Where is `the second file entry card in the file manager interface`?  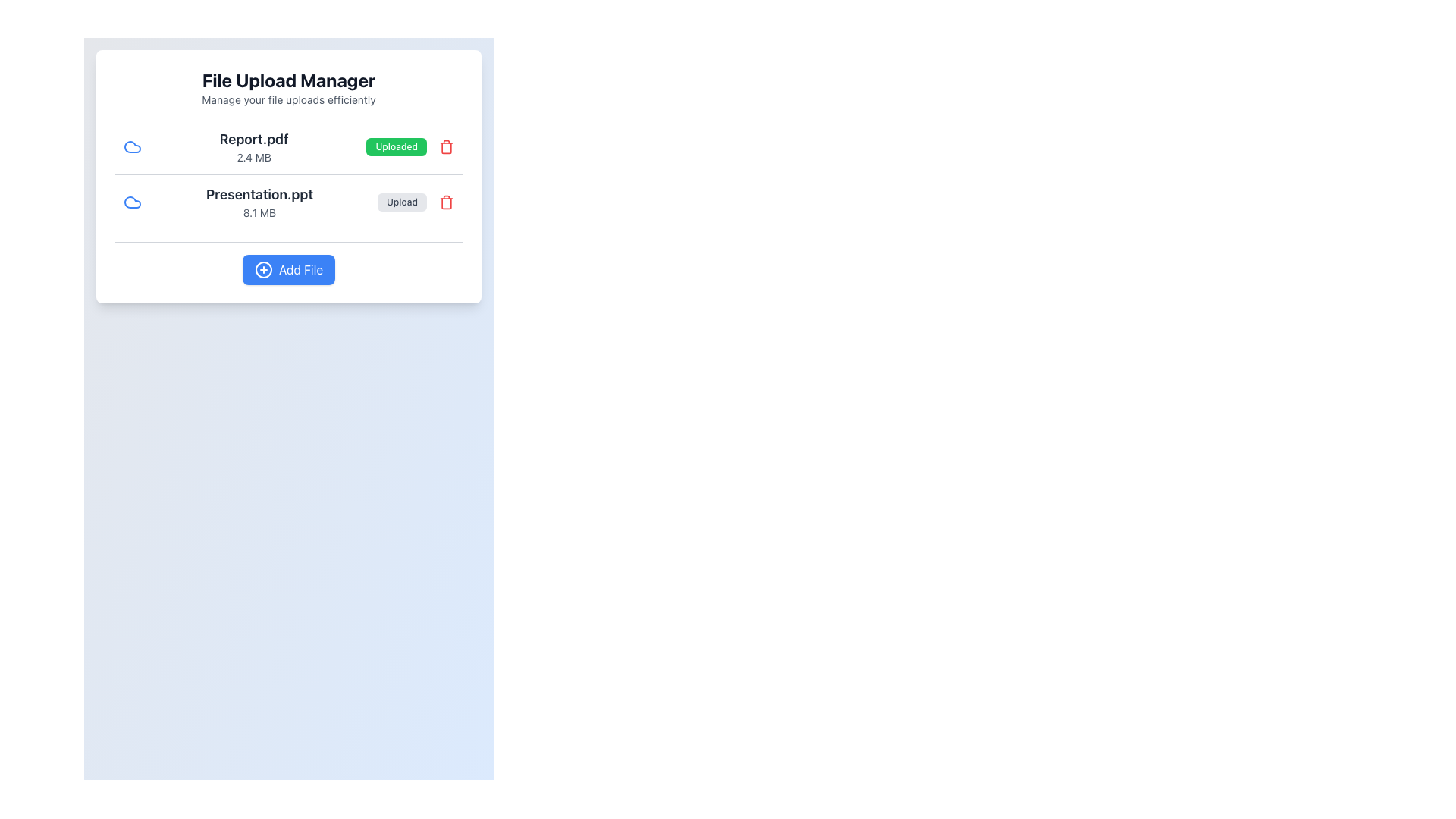
the second file entry card in the file manager interface is located at coordinates (288, 201).